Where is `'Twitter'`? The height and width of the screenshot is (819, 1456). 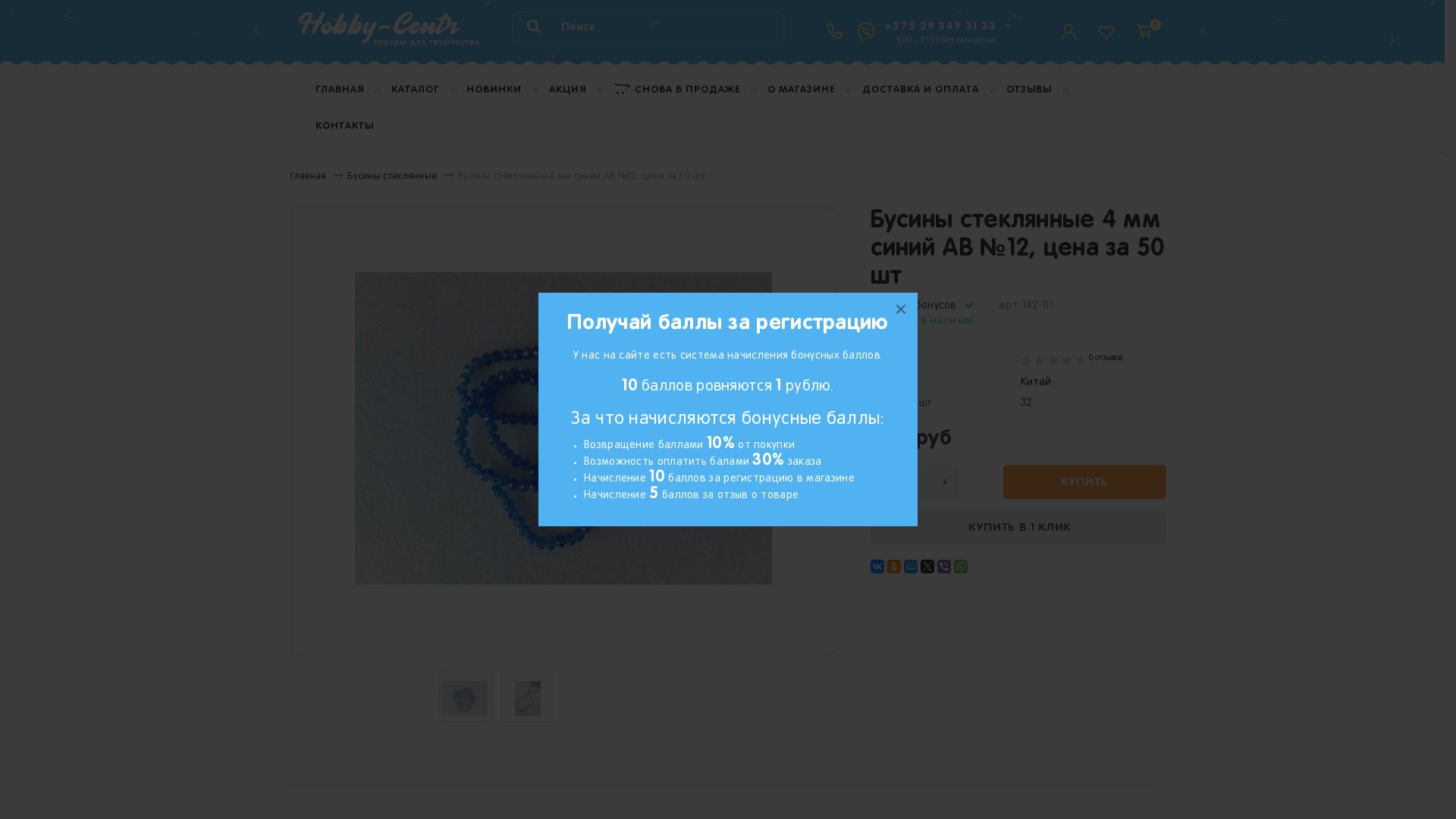 'Twitter' is located at coordinates (927, 566).